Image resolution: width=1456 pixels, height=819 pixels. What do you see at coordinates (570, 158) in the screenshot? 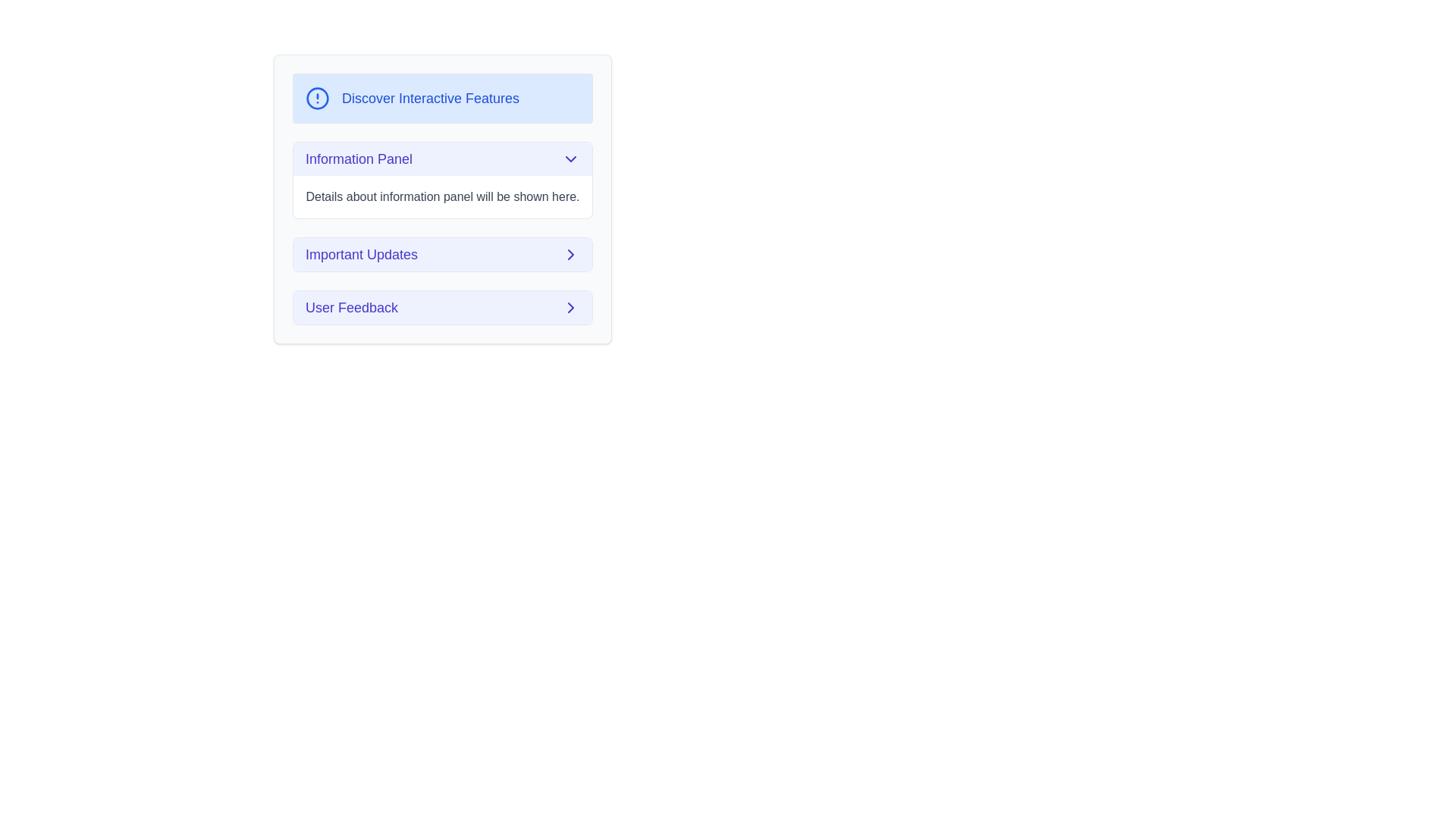
I see `the downward-facing chevron icon within the 'Information Panel'` at bounding box center [570, 158].